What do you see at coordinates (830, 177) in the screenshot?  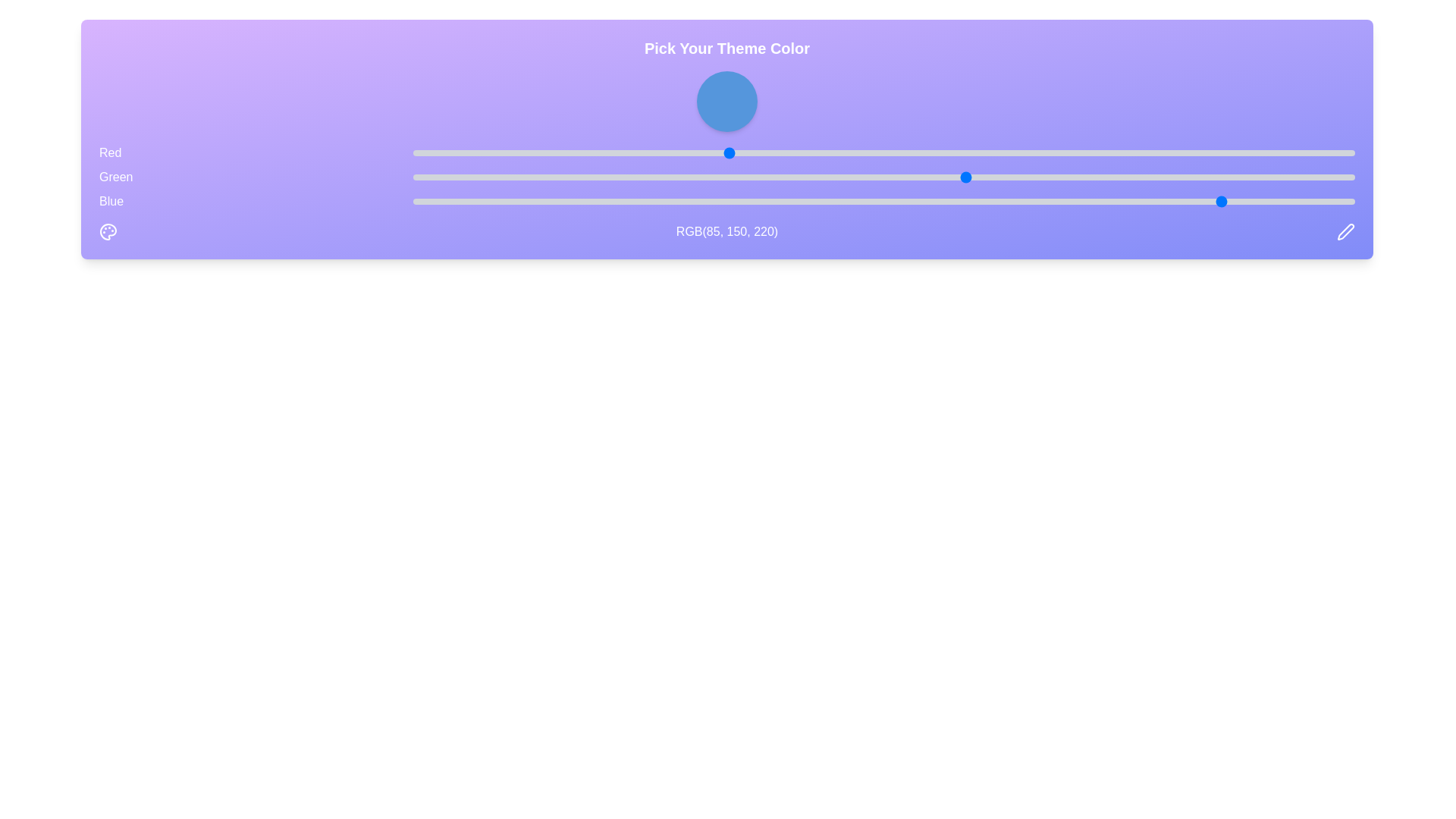 I see `the green color intensity` at bounding box center [830, 177].